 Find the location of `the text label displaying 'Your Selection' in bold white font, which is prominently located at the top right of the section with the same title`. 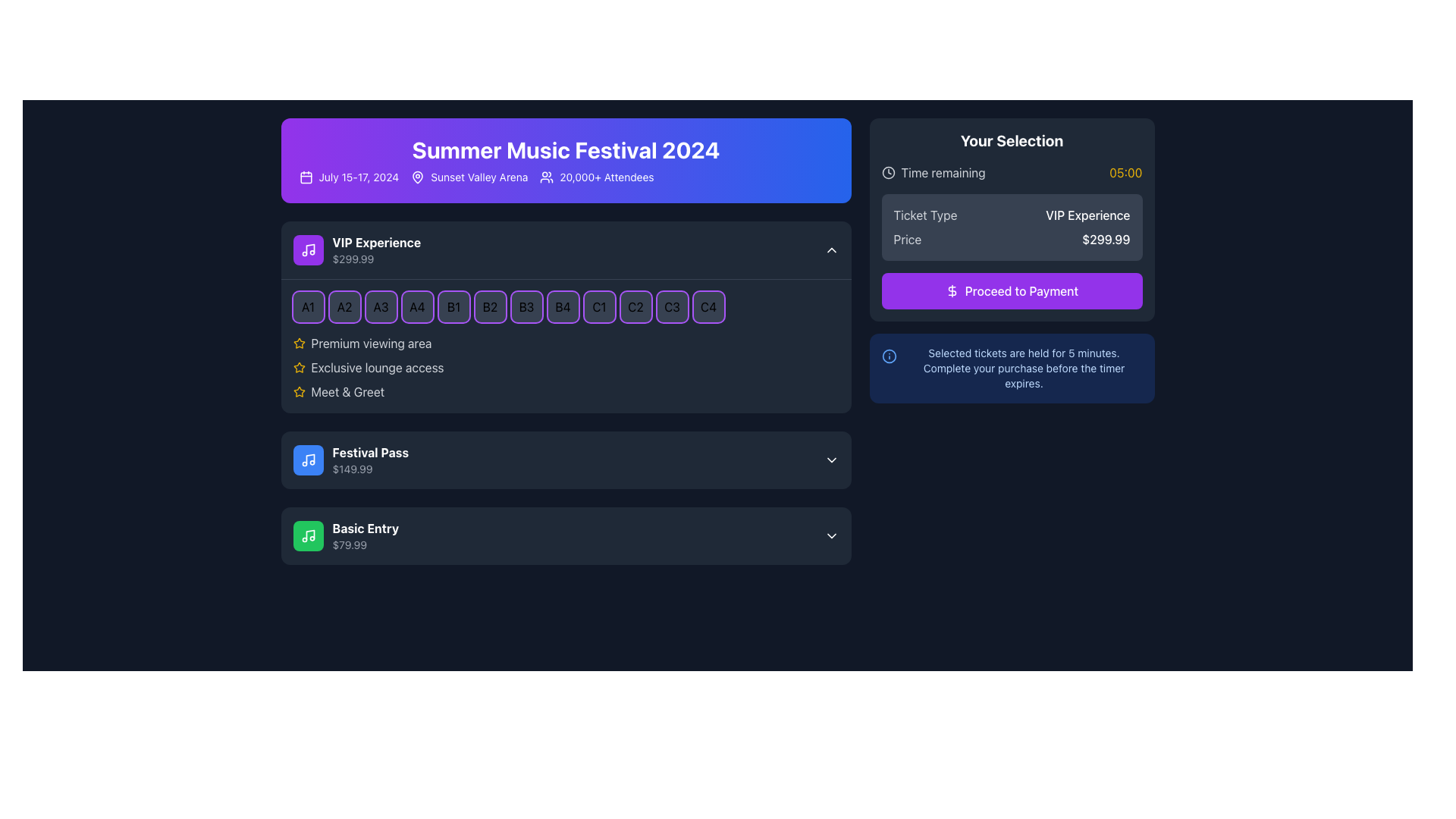

the text label displaying 'Your Selection' in bold white font, which is prominently located at the top right of the section with the same title is located at coordinates (1012, 140).